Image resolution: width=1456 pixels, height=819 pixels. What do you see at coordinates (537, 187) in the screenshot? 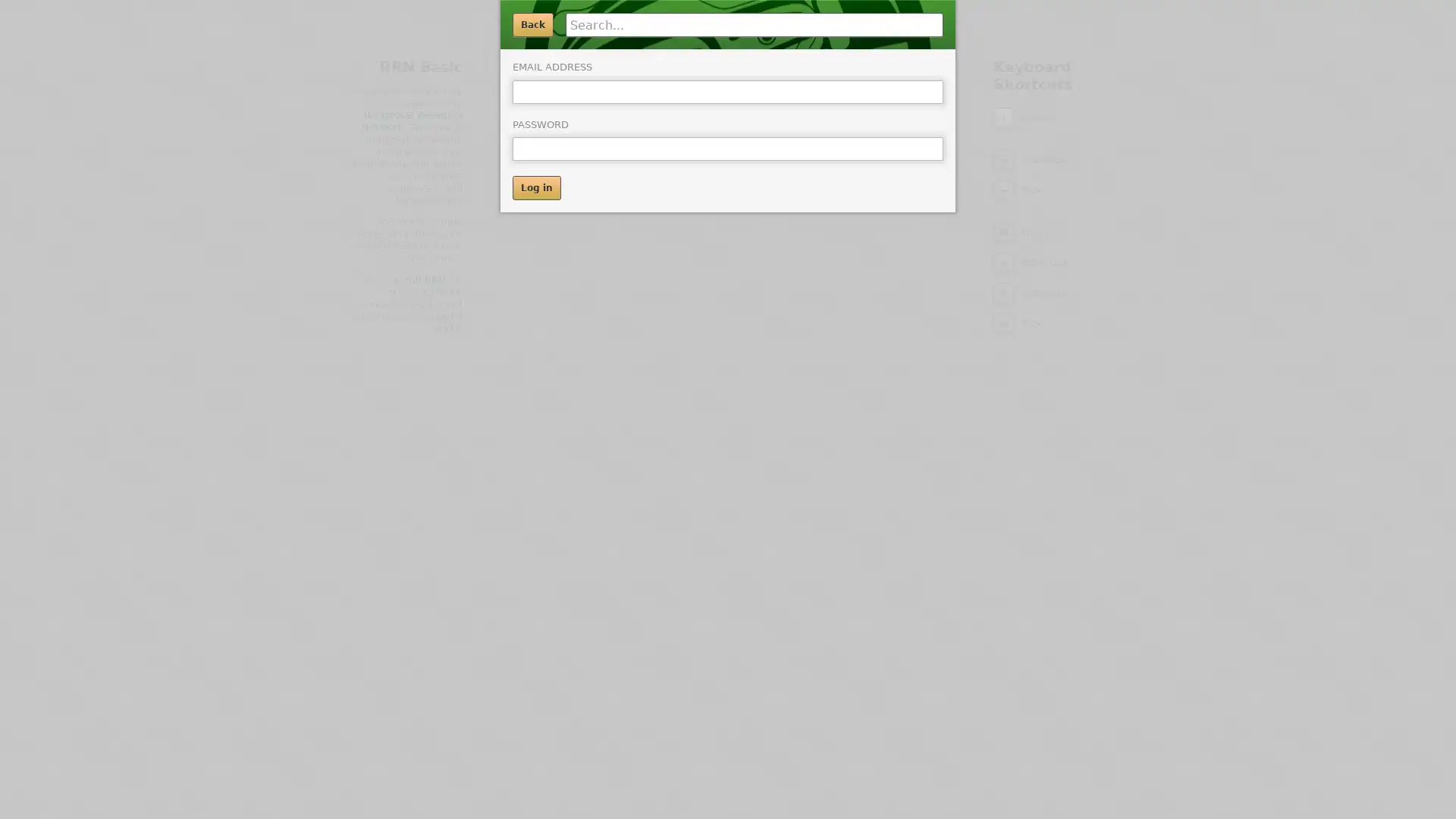
I see `Log in` at bounding box center [537, 187].